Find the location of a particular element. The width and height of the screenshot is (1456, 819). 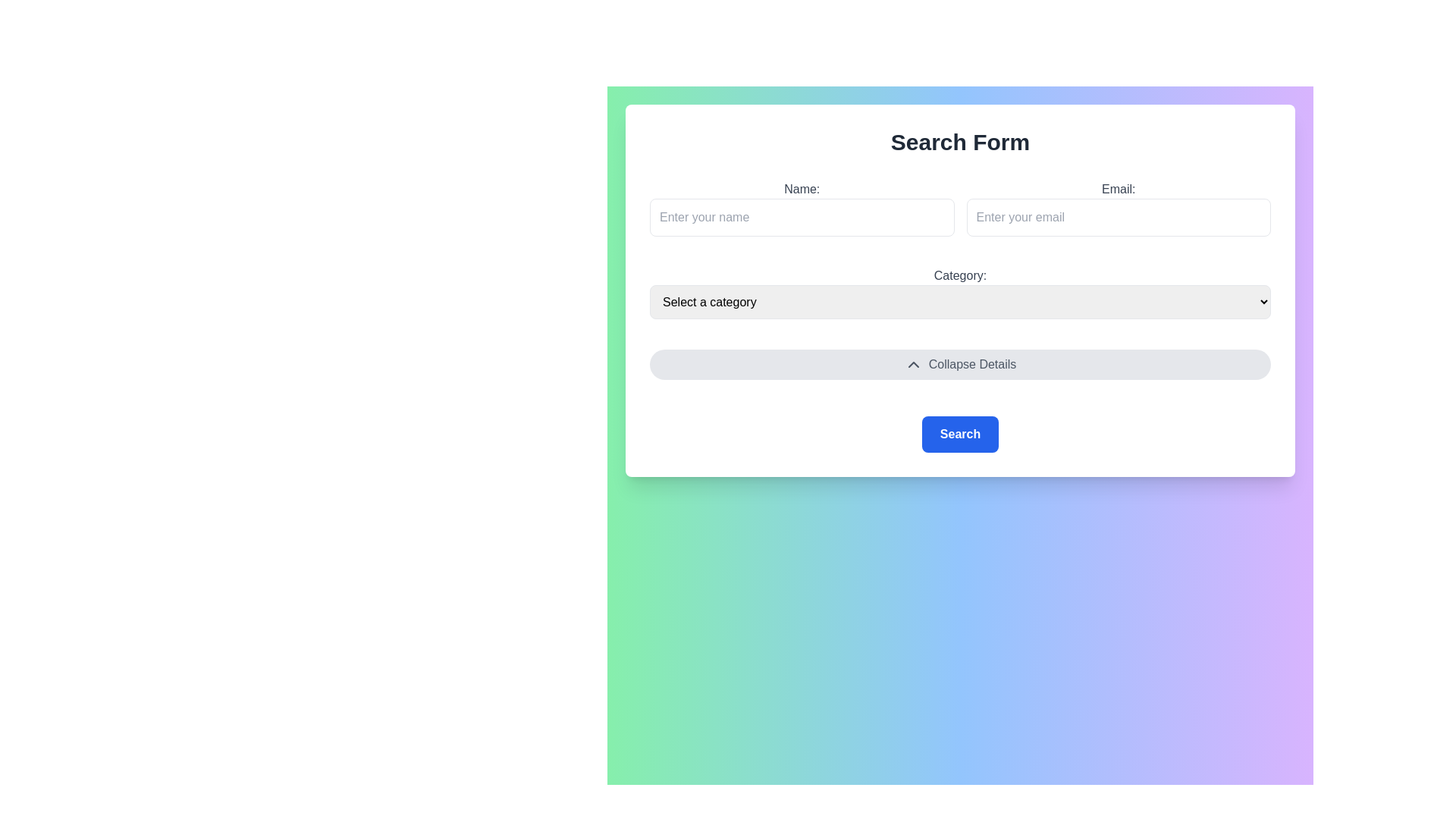

the text label indicating the user's name input field, which is positioned directly above the input field in the upper-left part of the form section is located at coordinates (801, 189).